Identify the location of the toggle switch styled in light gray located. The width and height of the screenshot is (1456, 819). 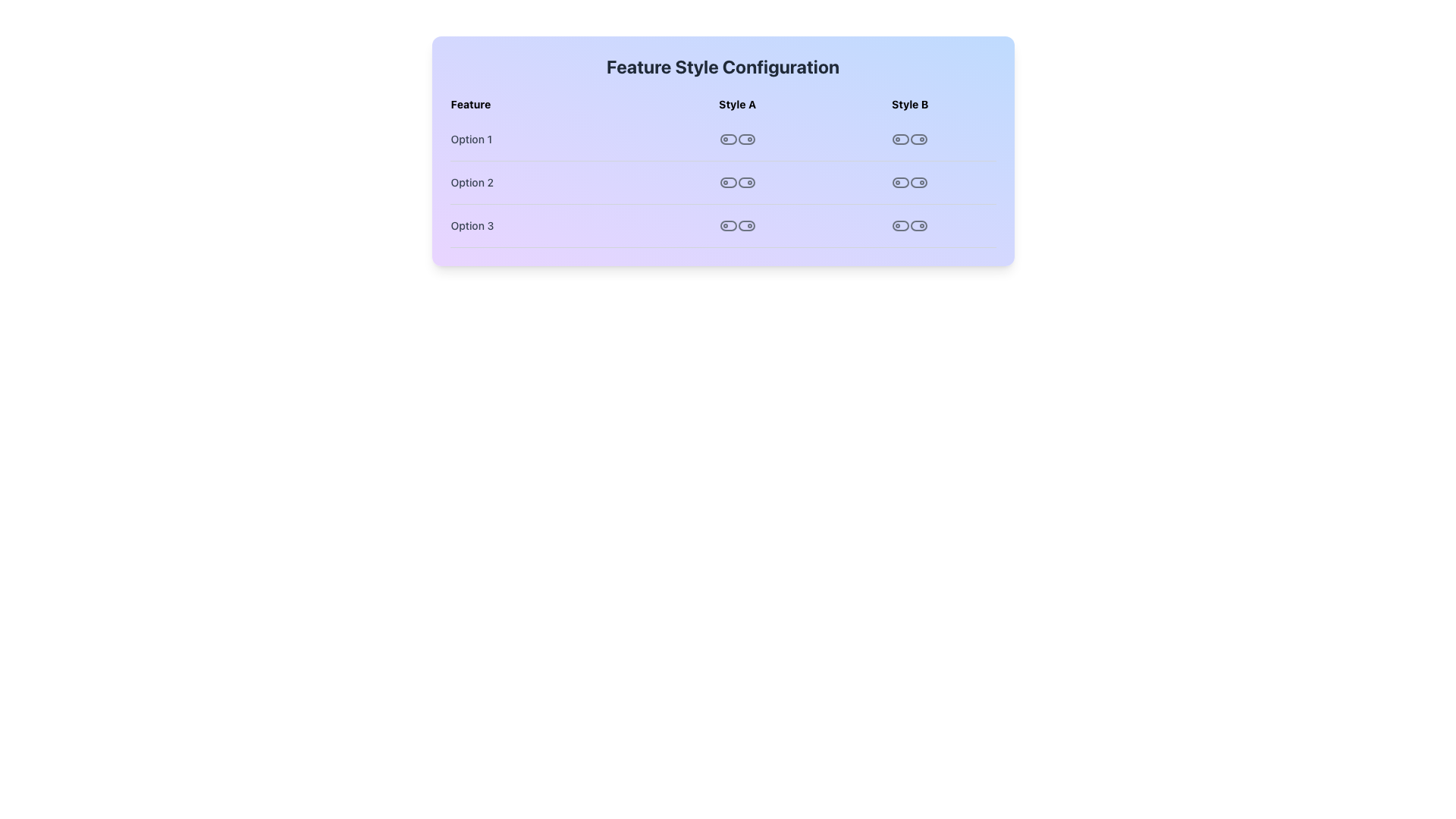
(901, 225).